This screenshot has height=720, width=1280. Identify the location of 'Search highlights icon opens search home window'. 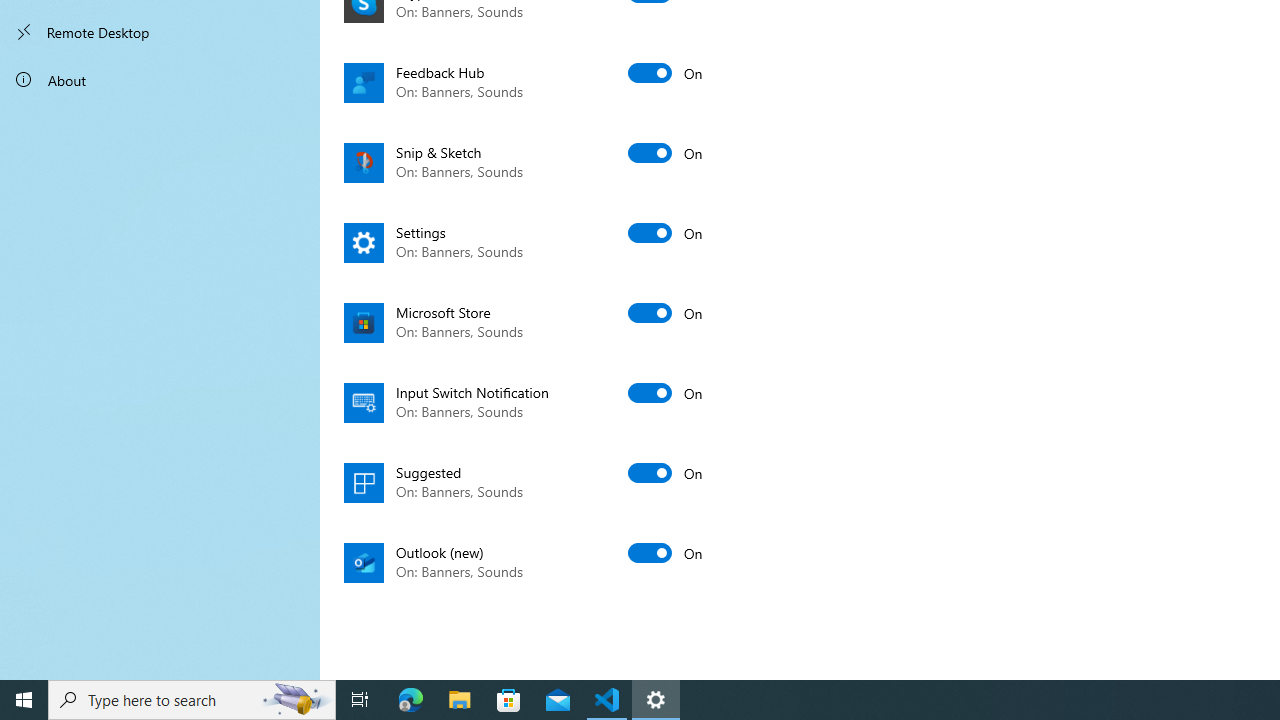
(294, 698).